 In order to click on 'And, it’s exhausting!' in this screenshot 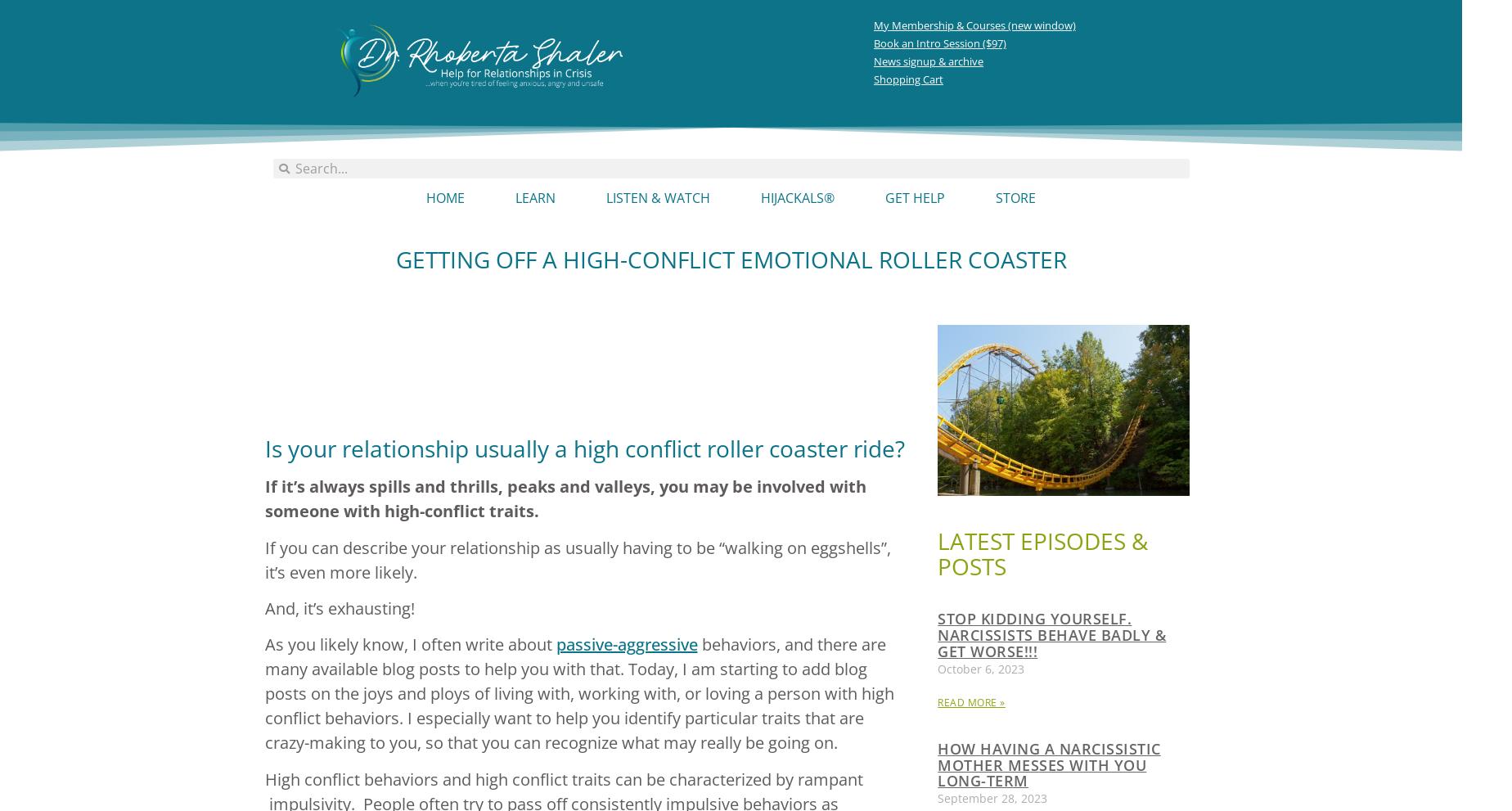, I will do `click(339, 606)`.